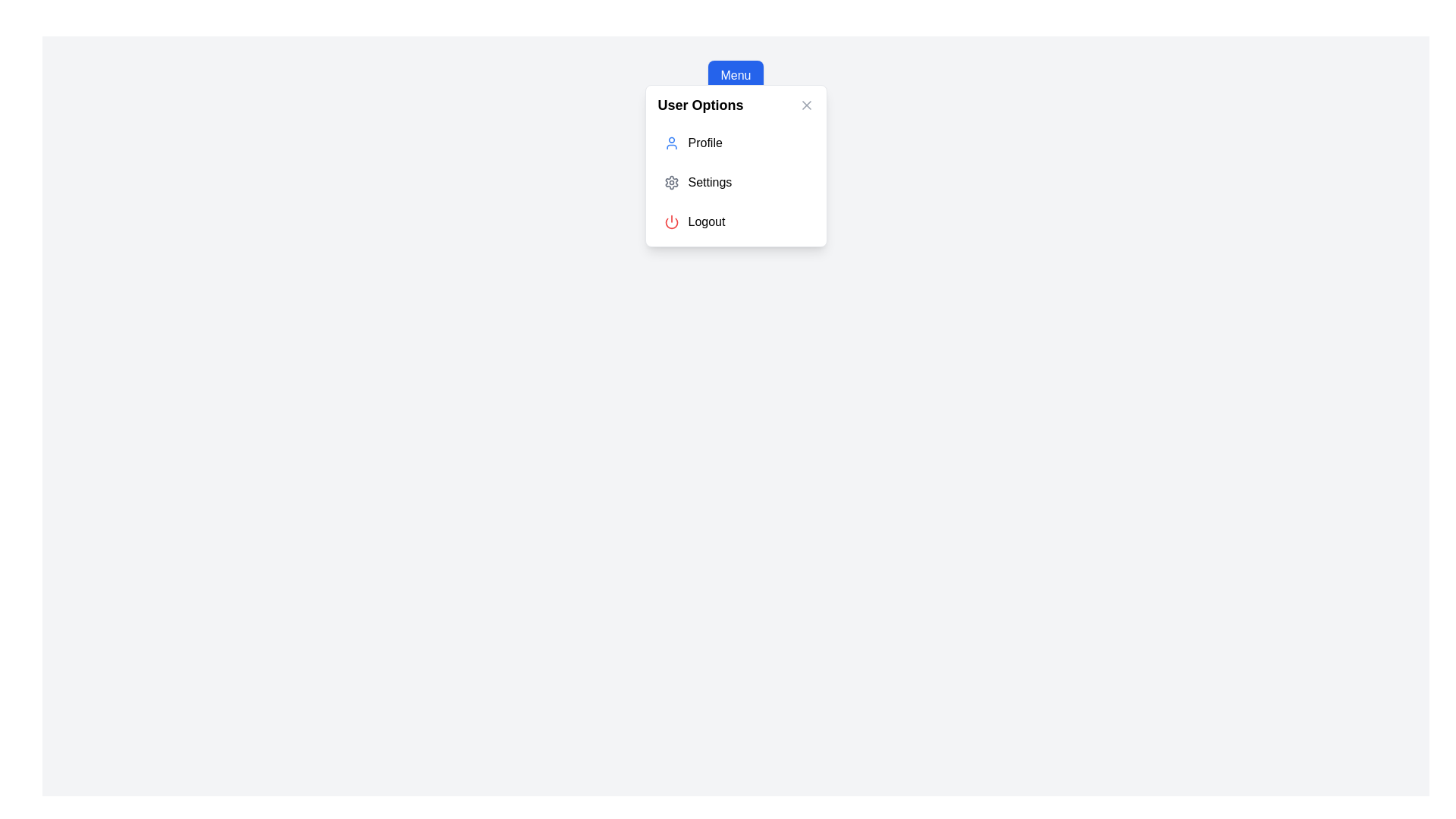 This screenshot has width=1456, height=819. Describe the element at coordinates (805, 104) in the screenshot. I see `the close button icon for the 'User Options' dropdown menu located in the top-right corner, next to the title text` at that location.